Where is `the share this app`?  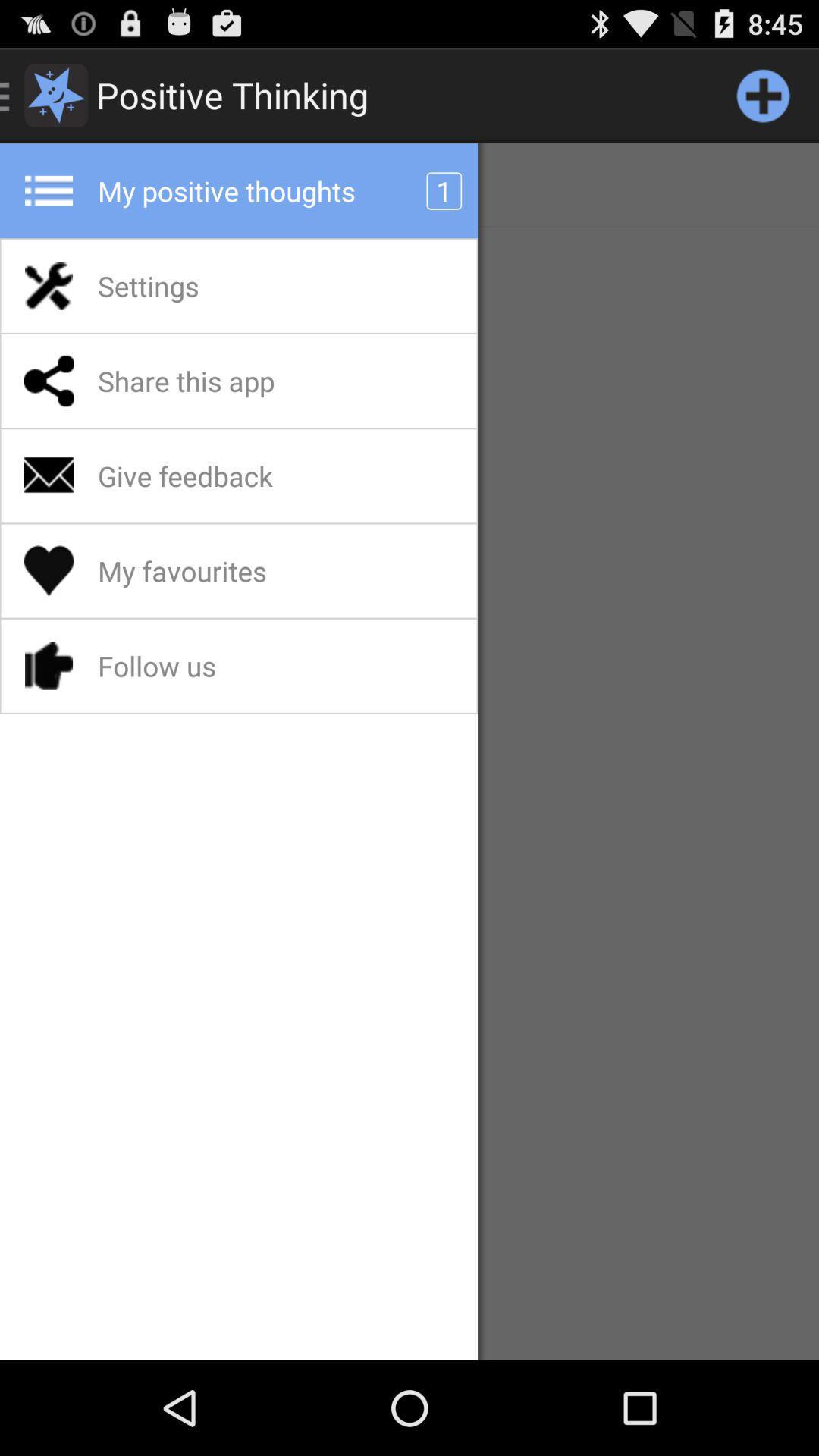 the share this app is located at coordinates (226, 381).